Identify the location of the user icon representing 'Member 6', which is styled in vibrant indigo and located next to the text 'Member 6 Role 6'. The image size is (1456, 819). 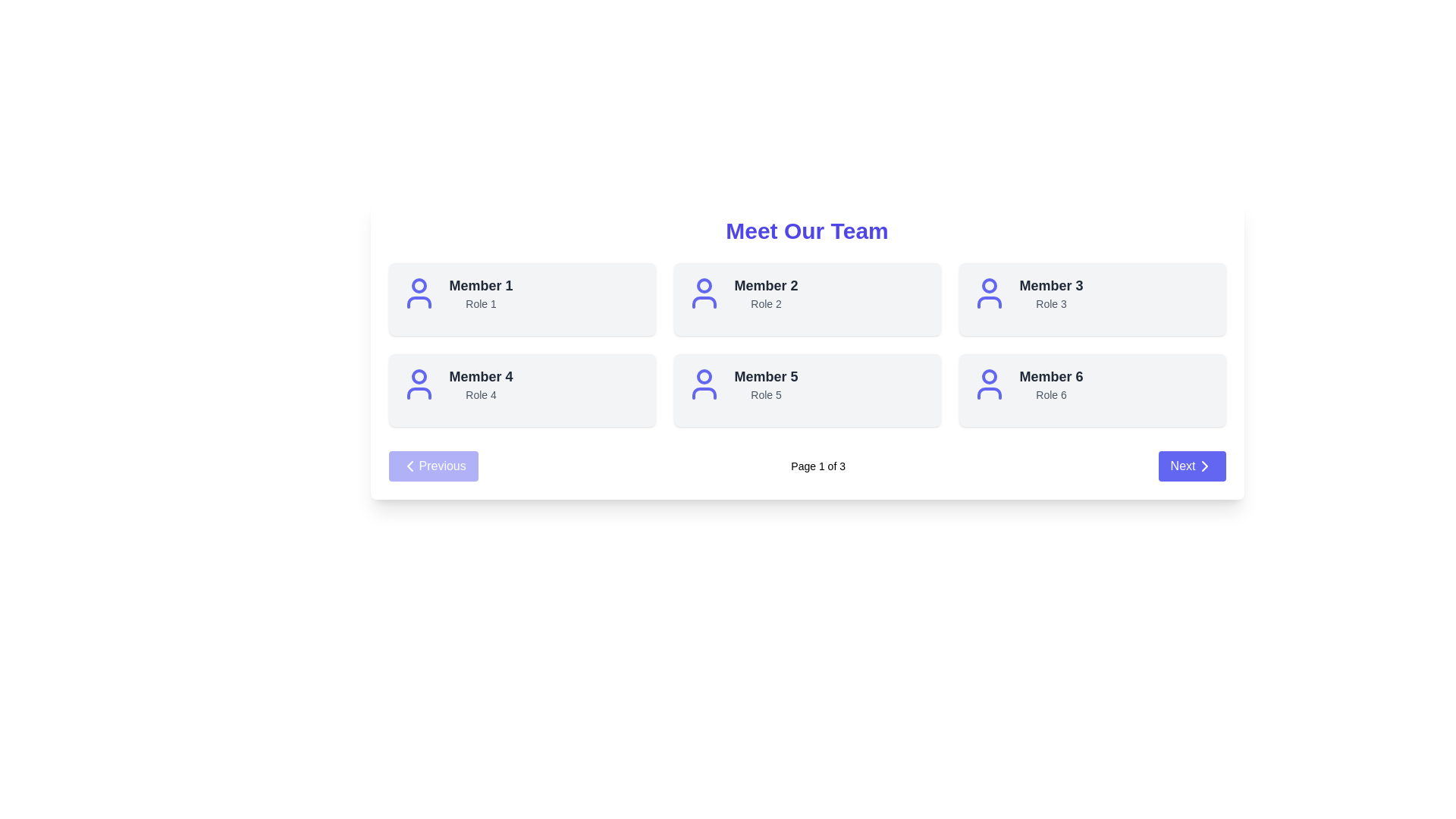
(989, 383).